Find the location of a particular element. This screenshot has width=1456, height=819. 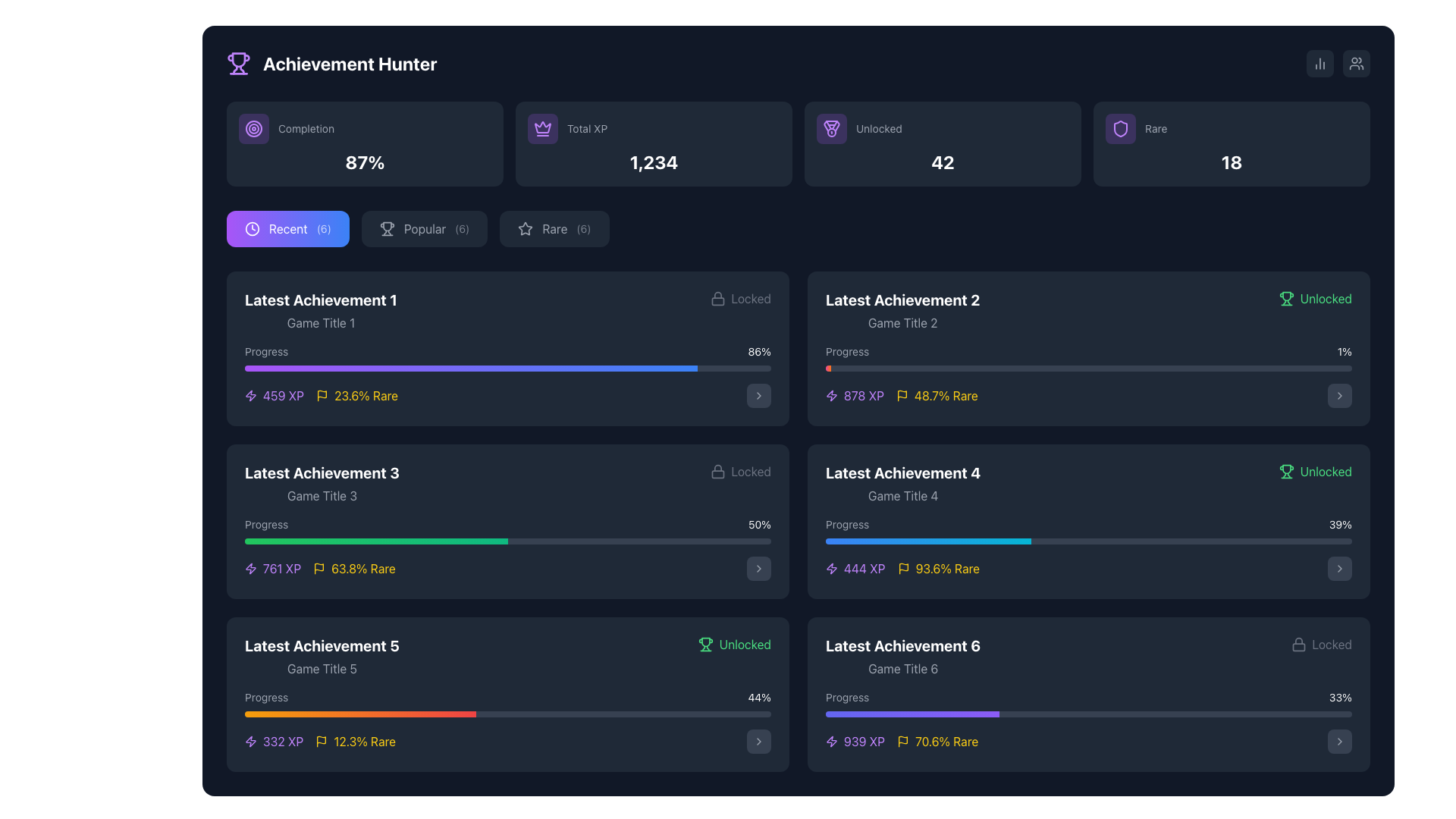

the lightning bolt-shaped icon in vibrant purple color located to the left of the text '761 XP' within the 'Latest Achievement 3' card on the achievement dashboard is located at coordinates (251, 568).